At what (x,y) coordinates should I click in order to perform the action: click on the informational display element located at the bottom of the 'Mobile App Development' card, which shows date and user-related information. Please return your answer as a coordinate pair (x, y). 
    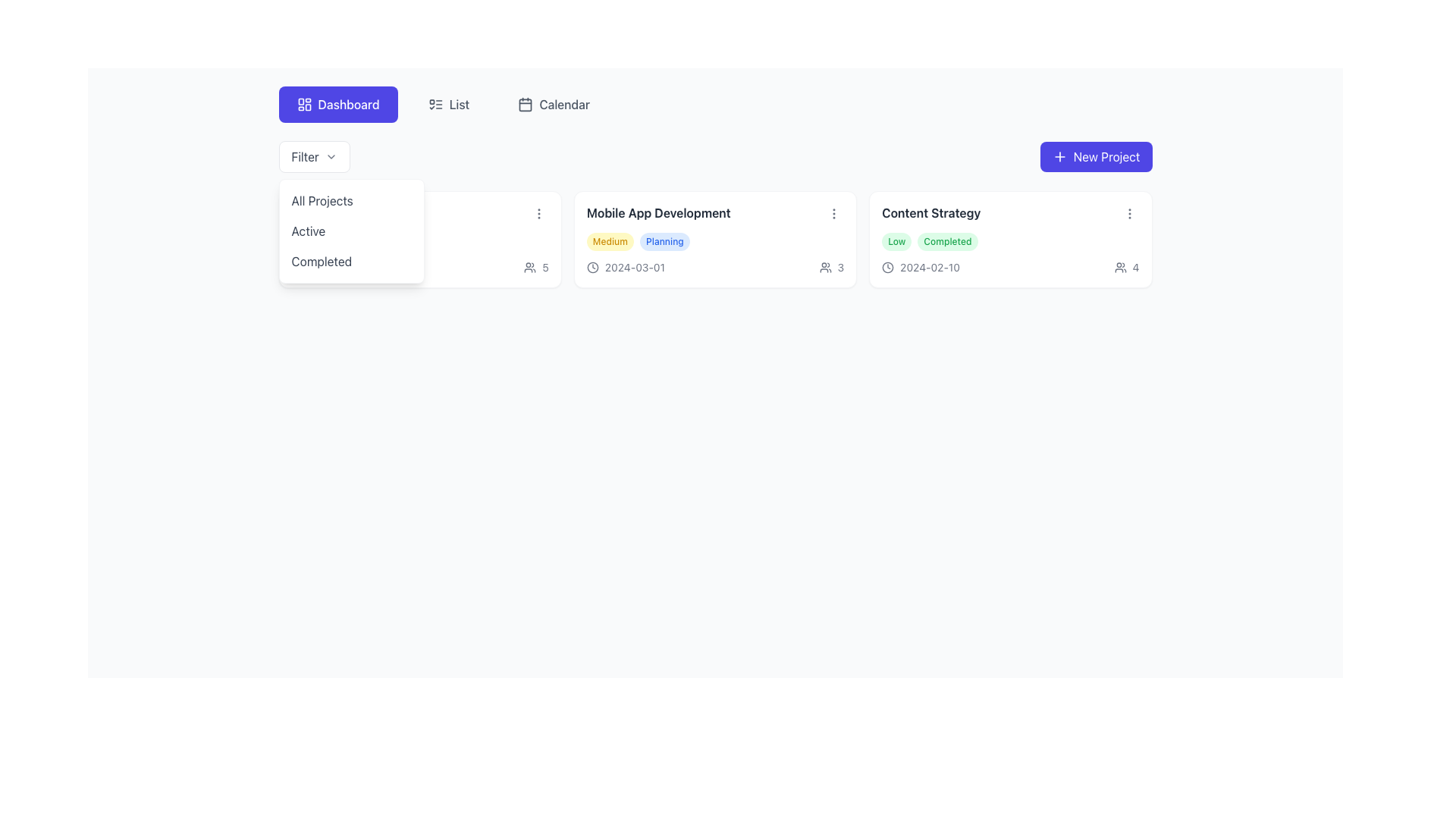
    Looking at the image, I should click on (714, 267).